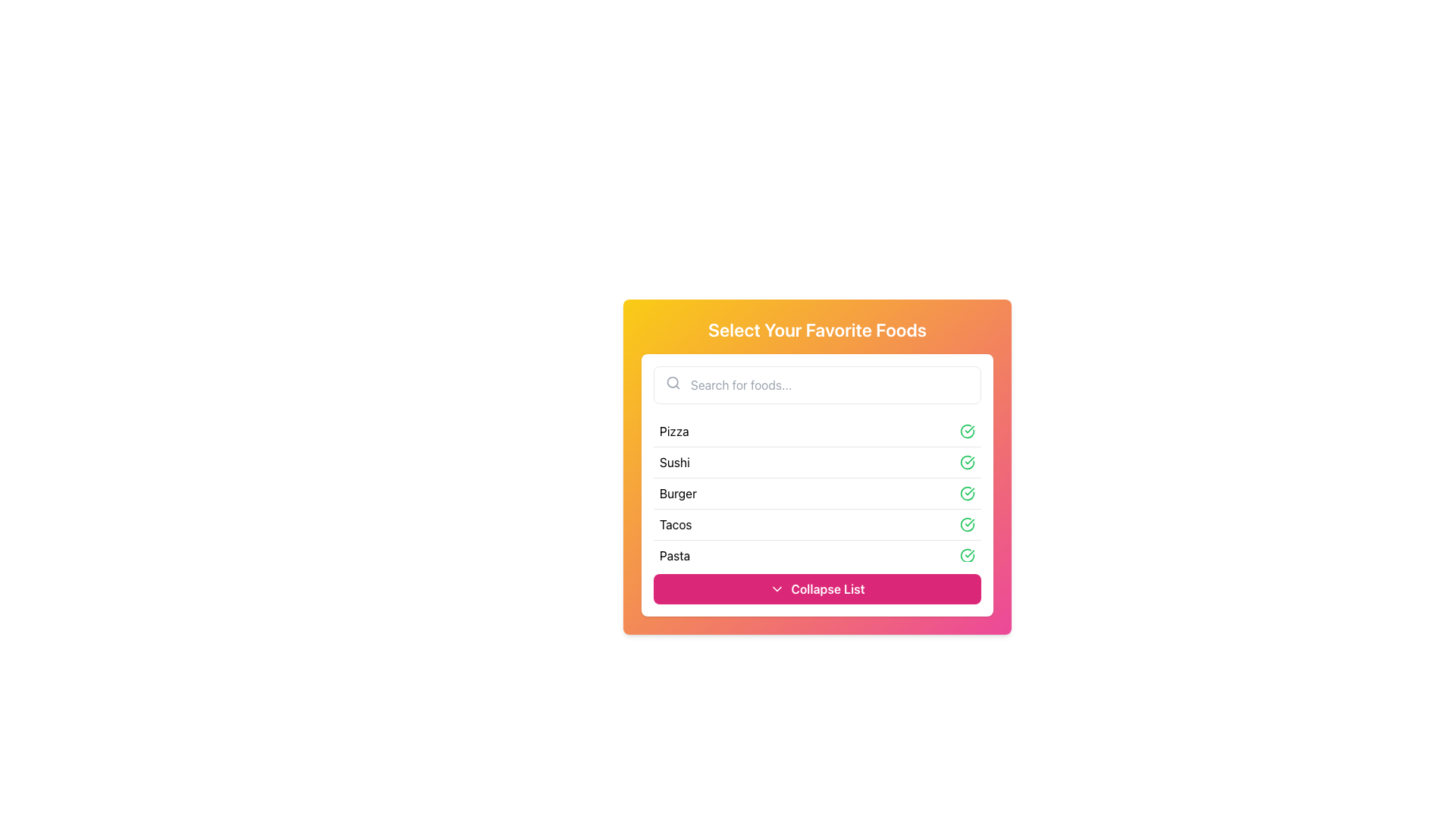  I want to click on the List Item representing 'Burger' within the selection list titled 'Select Your Favorite Foods', so click(817, 485).